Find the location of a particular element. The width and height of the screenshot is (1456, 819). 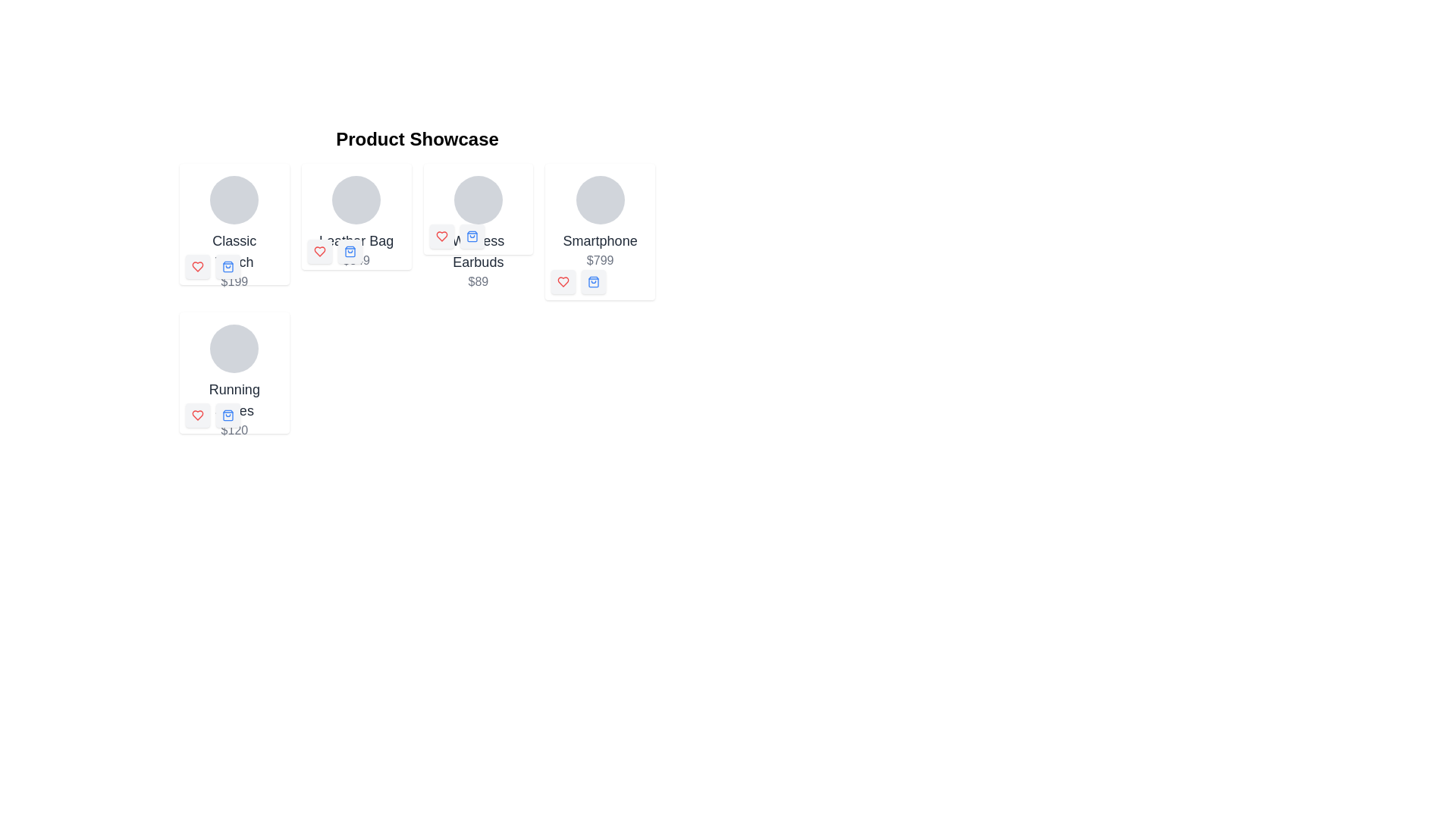

the circular visual placeholder for the product image display area located in the third product card from the left, which features a light gray color and smooth rounded outline is located at coordinates (477, 199).